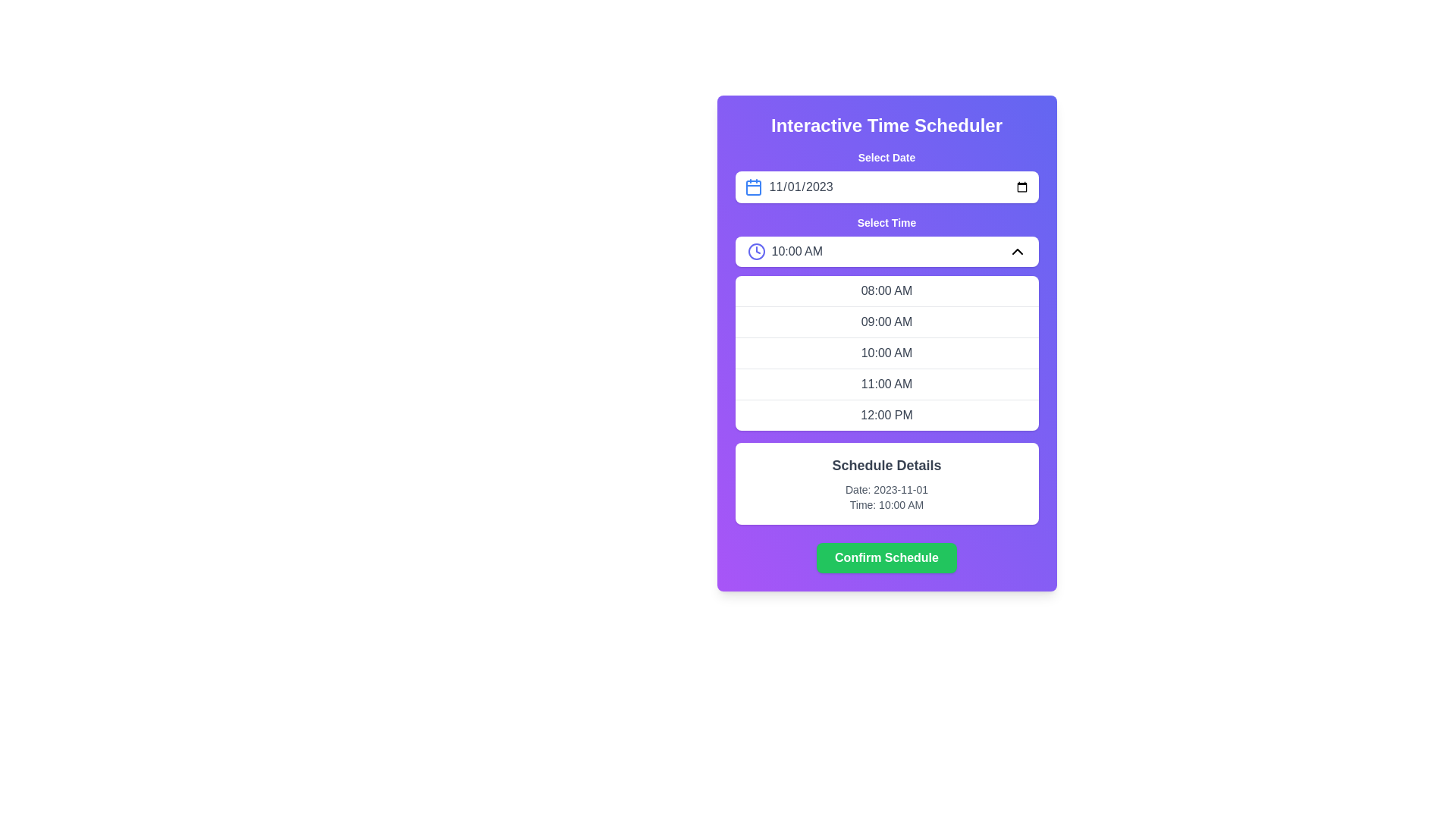  Describe the element at coordinates (886, 505) in the screenshot. I see `the static text element displaying 'Time: 10:00 AM' within the 'Schedule Details' section` at that location.